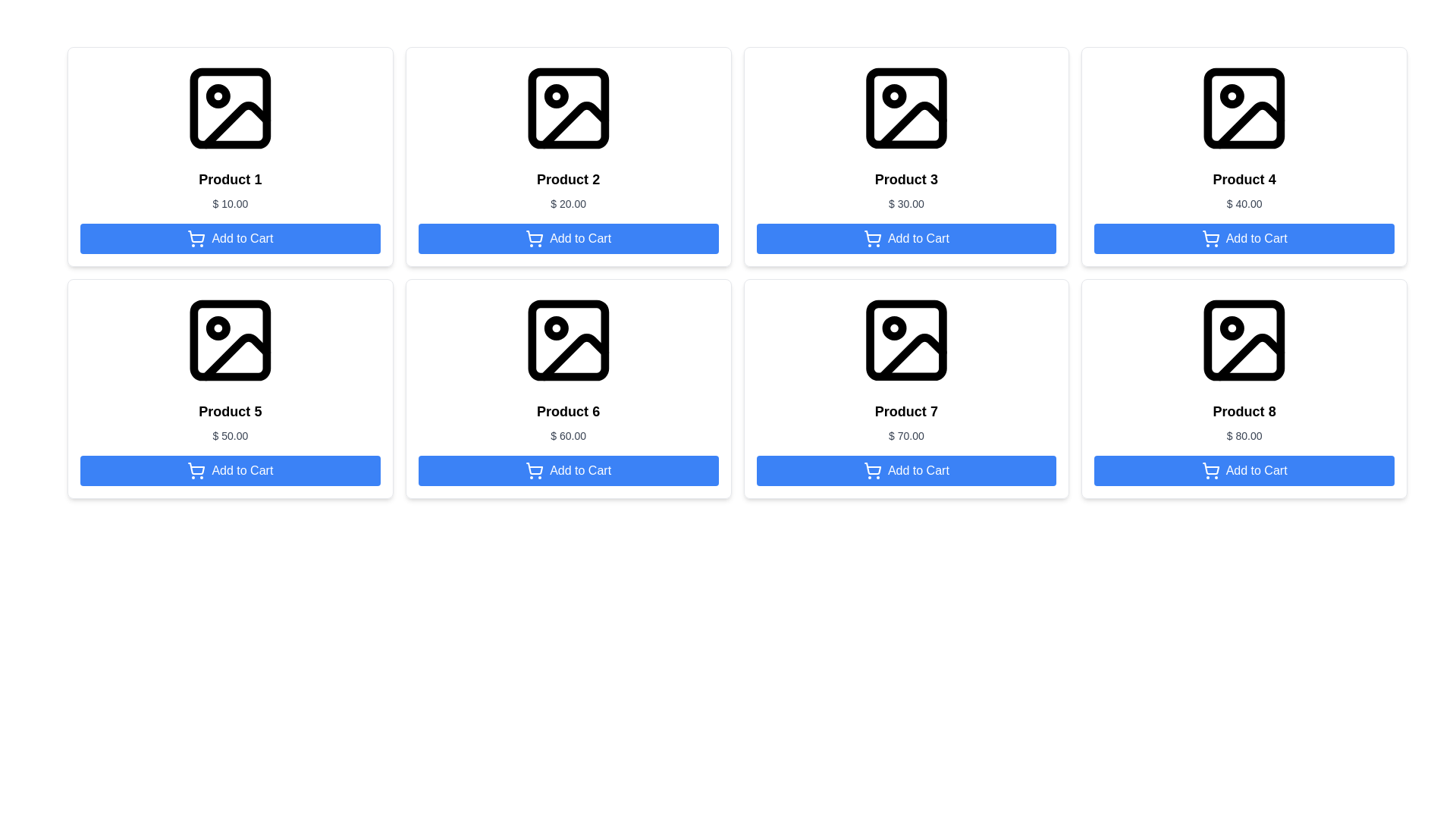 This screenshot has height=819, width=1456. What do you see at coordinates (567, 178) in the screenshot?
I see `the title label for 'Product 2' located in the top row of the card component, which is directly below the image placeholder and above the price and 'Add to Cart' button` at bounding box center [567, 178].